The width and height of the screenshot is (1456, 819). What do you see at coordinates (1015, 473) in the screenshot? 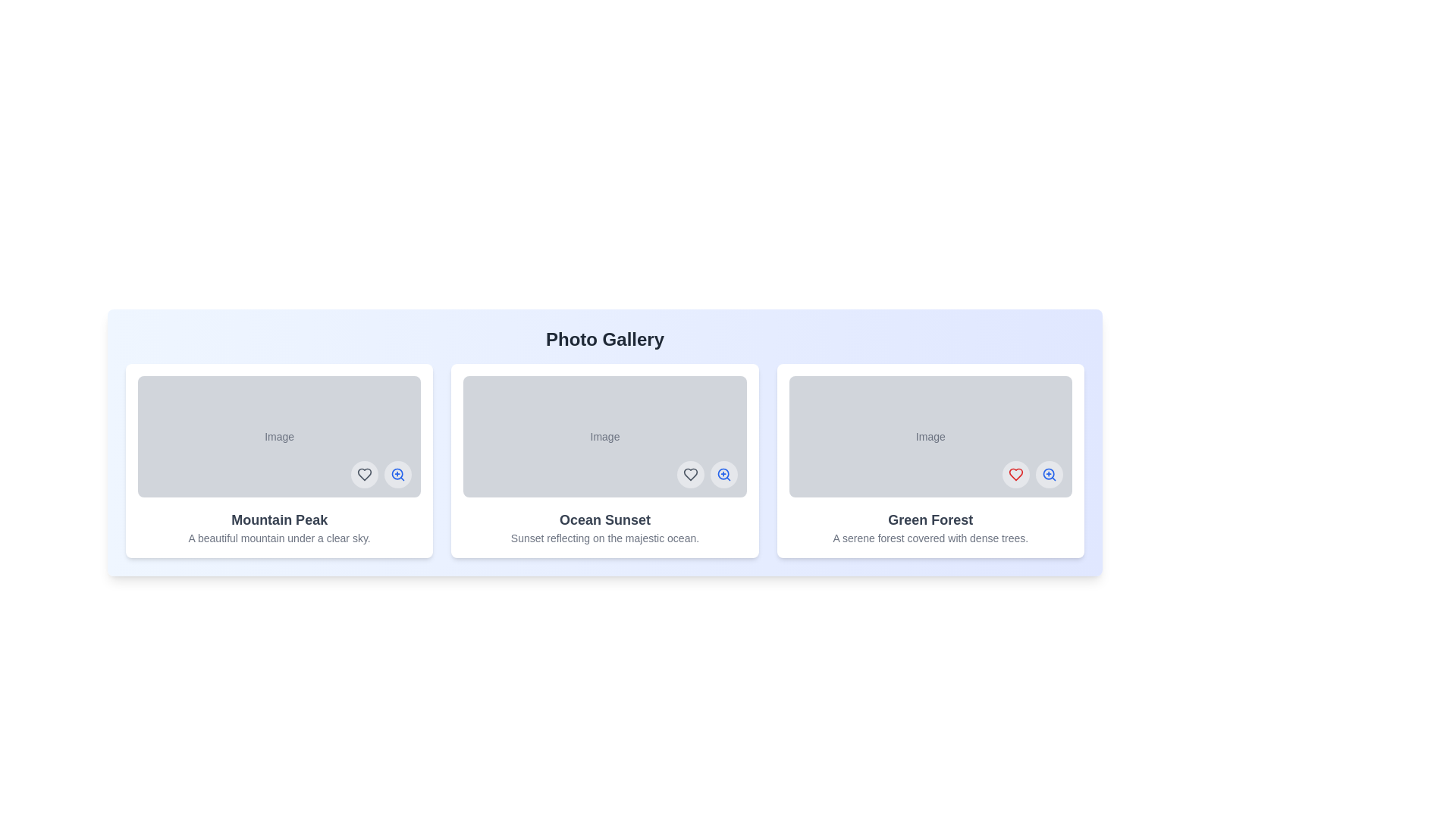
I see `'like' button for the image titled 'Green Forest' to toggle its liked state` at bounding box center [1015, 473].